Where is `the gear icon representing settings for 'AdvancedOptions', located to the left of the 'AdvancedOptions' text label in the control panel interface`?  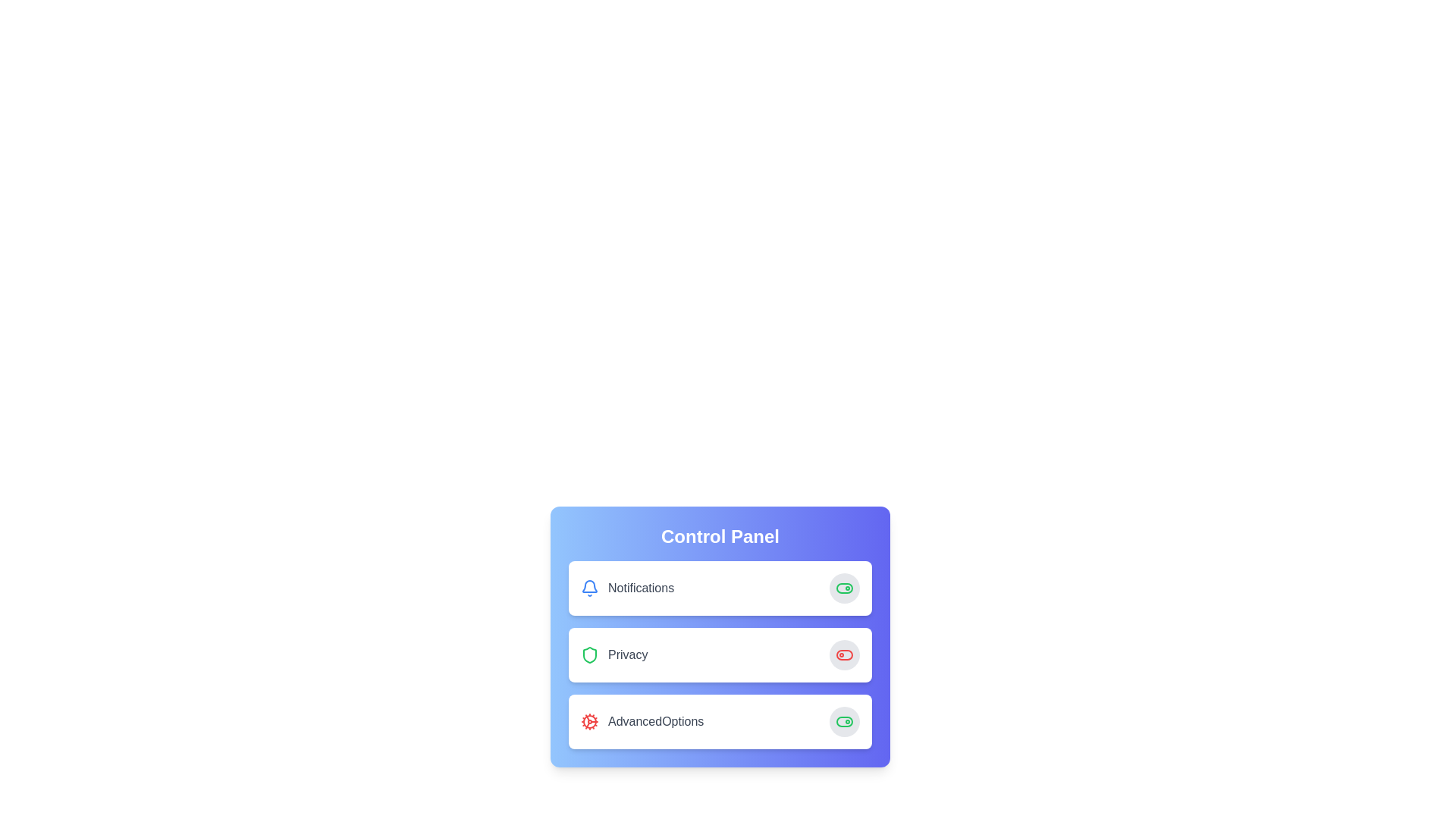 the gear icon representing settings for 'AdvancedOptions', located to the left of the 'AdvancedOptions' text label in the control panel interface is located at coordinates (588, 721).